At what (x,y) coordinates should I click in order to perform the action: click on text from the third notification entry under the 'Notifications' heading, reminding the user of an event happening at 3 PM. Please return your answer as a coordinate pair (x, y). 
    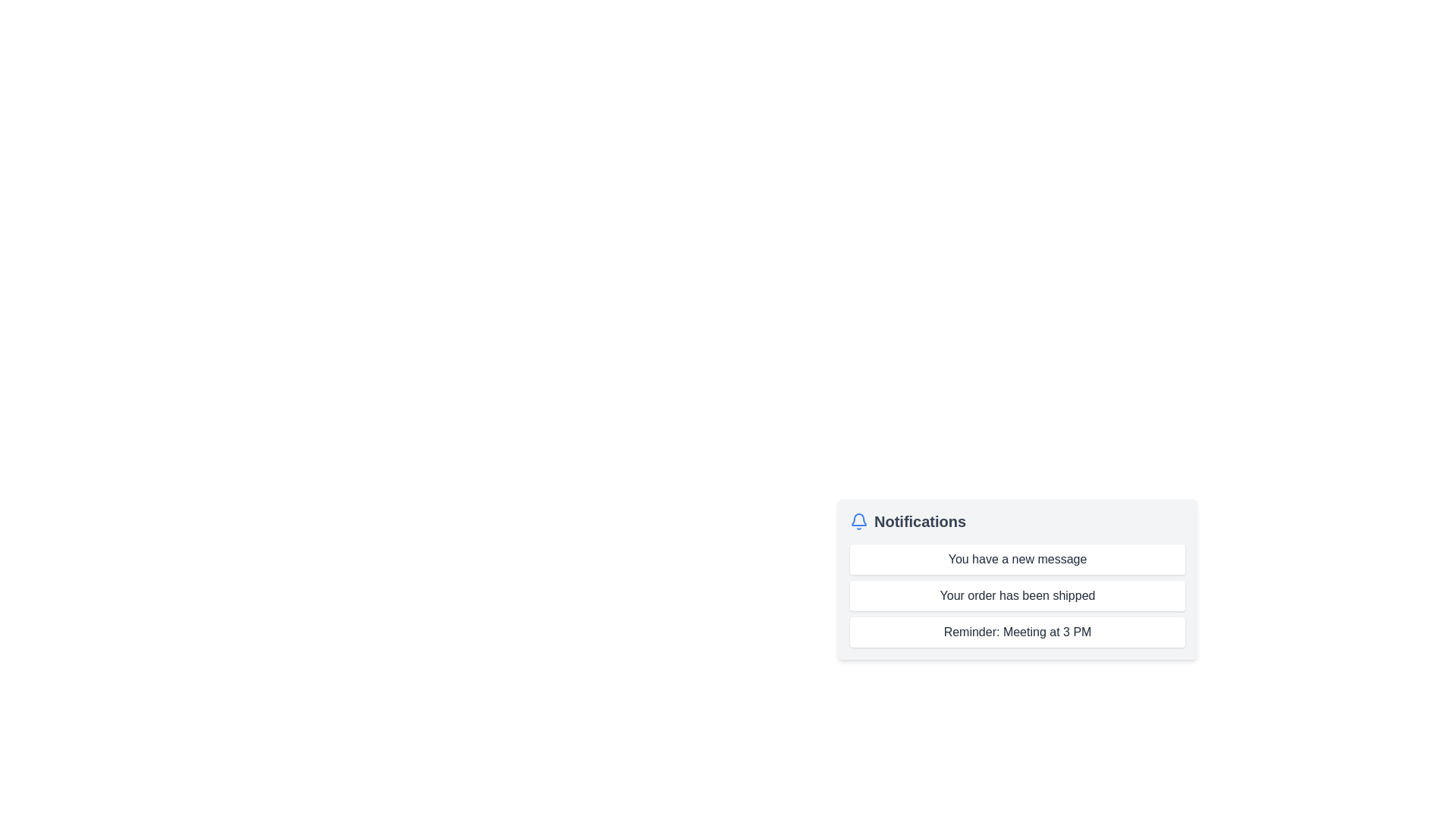
    Looking at the image, I should click on (1018, 632).